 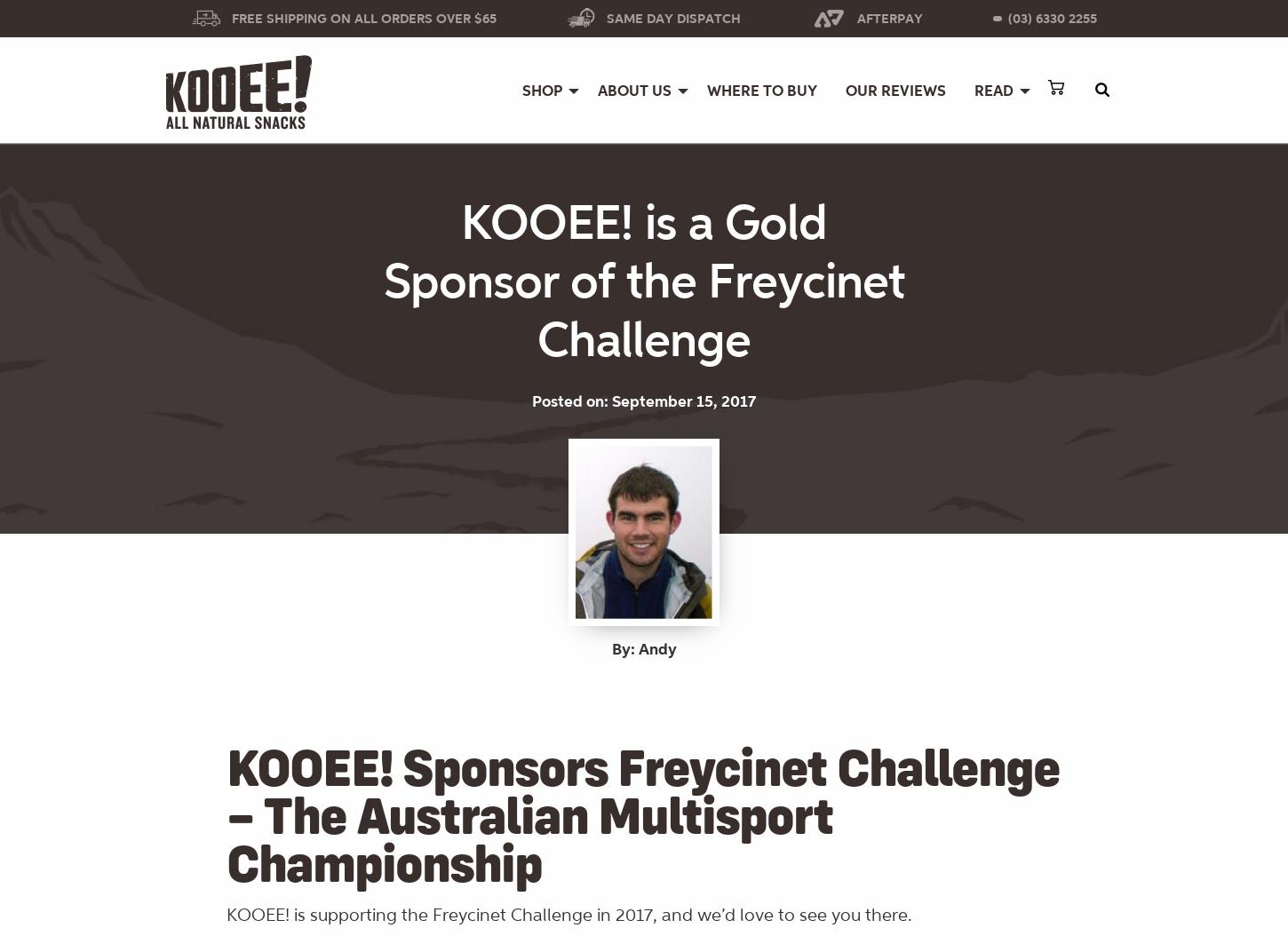 What do you see at coordinates (887, 19) in the screenshot?
I see `'Afterpay'` at bounding box center [887, 19].